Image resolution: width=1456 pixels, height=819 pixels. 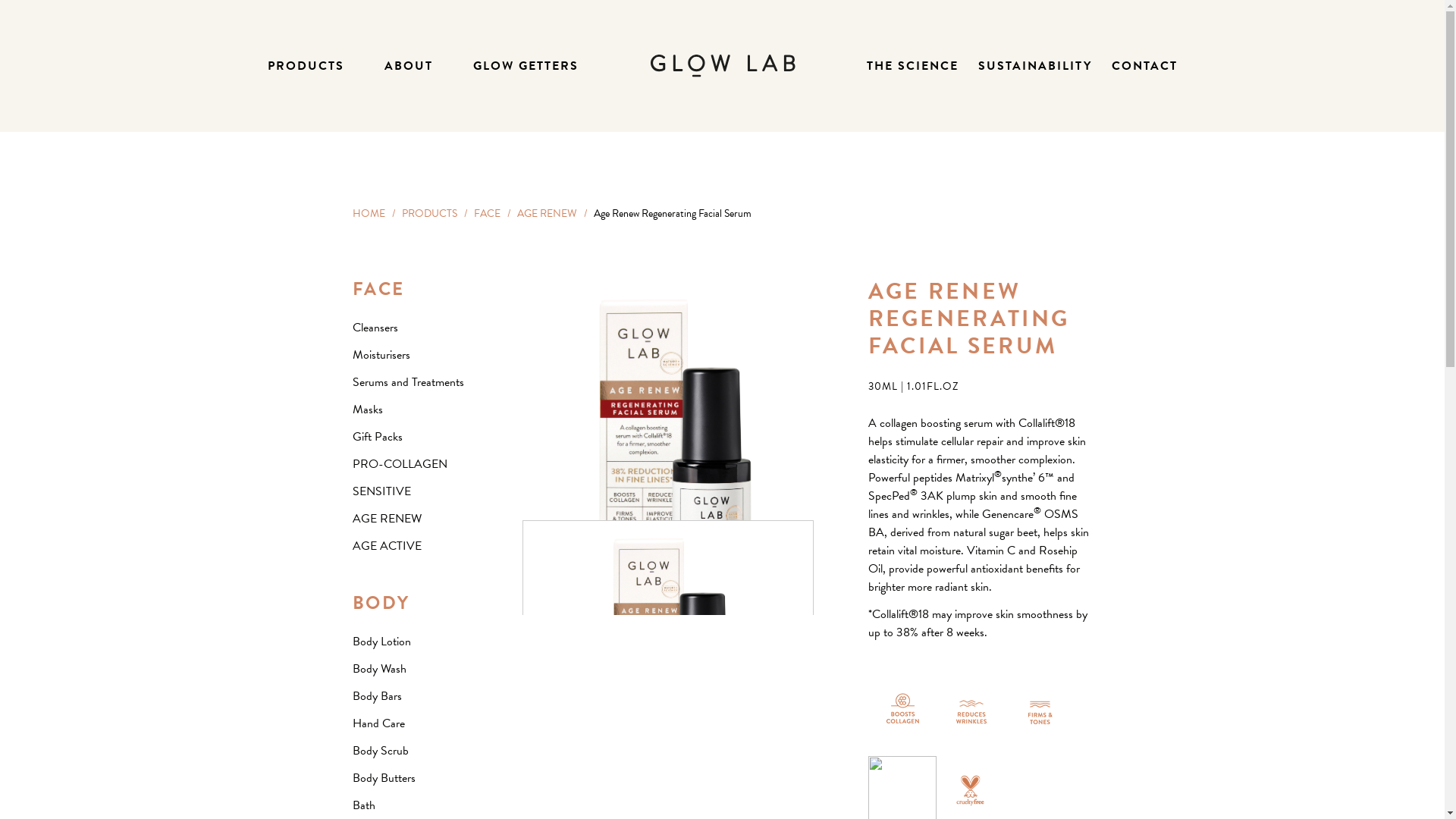 I want to click on 'FACE', so click(x=378, y=289).